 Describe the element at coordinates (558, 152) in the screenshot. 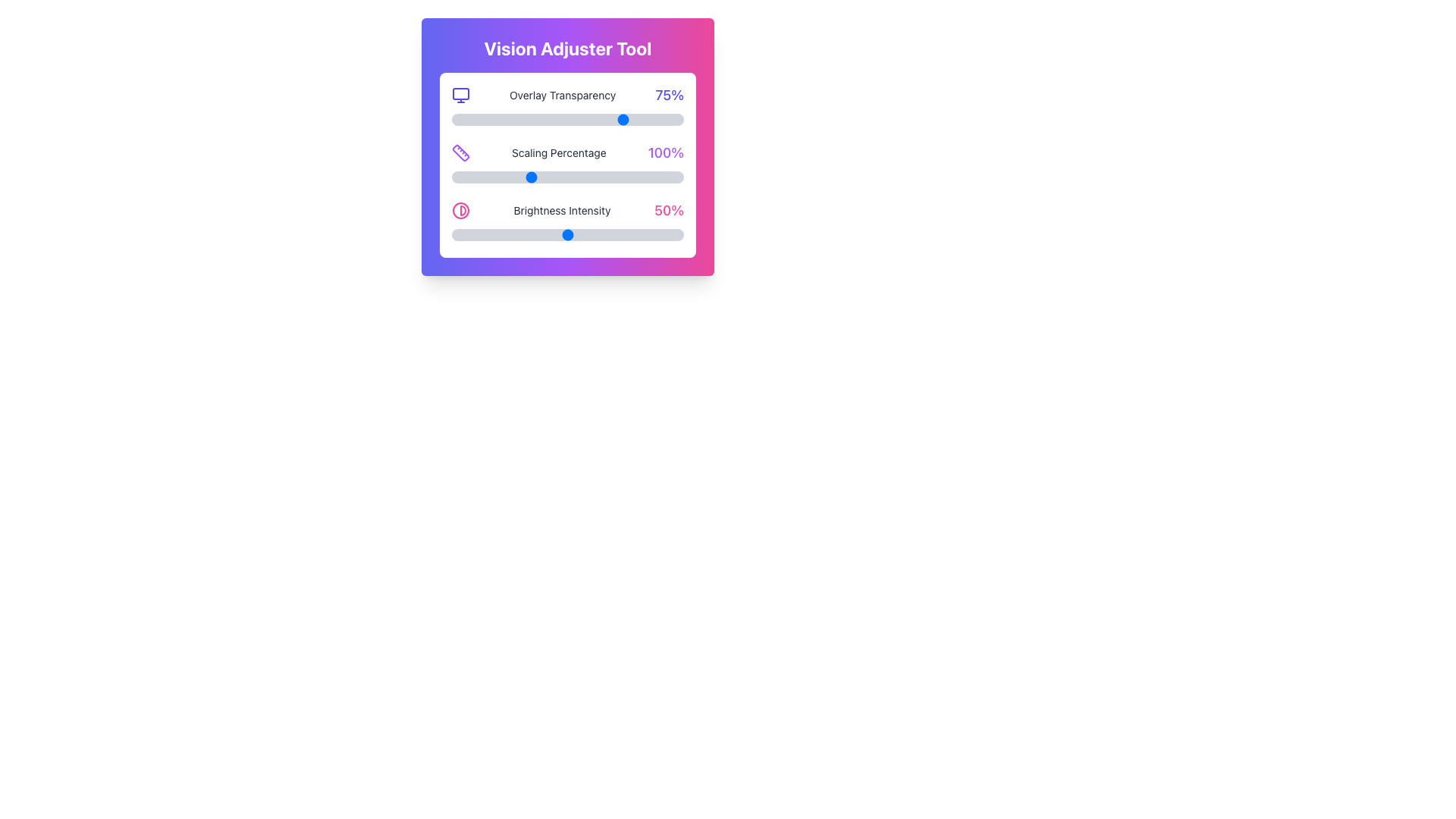

I see `the static text label displaying 'Scaling Percentage' that is styled in a small gray font, located within the 'Vision Adjuster Tool' card interface` at that location.